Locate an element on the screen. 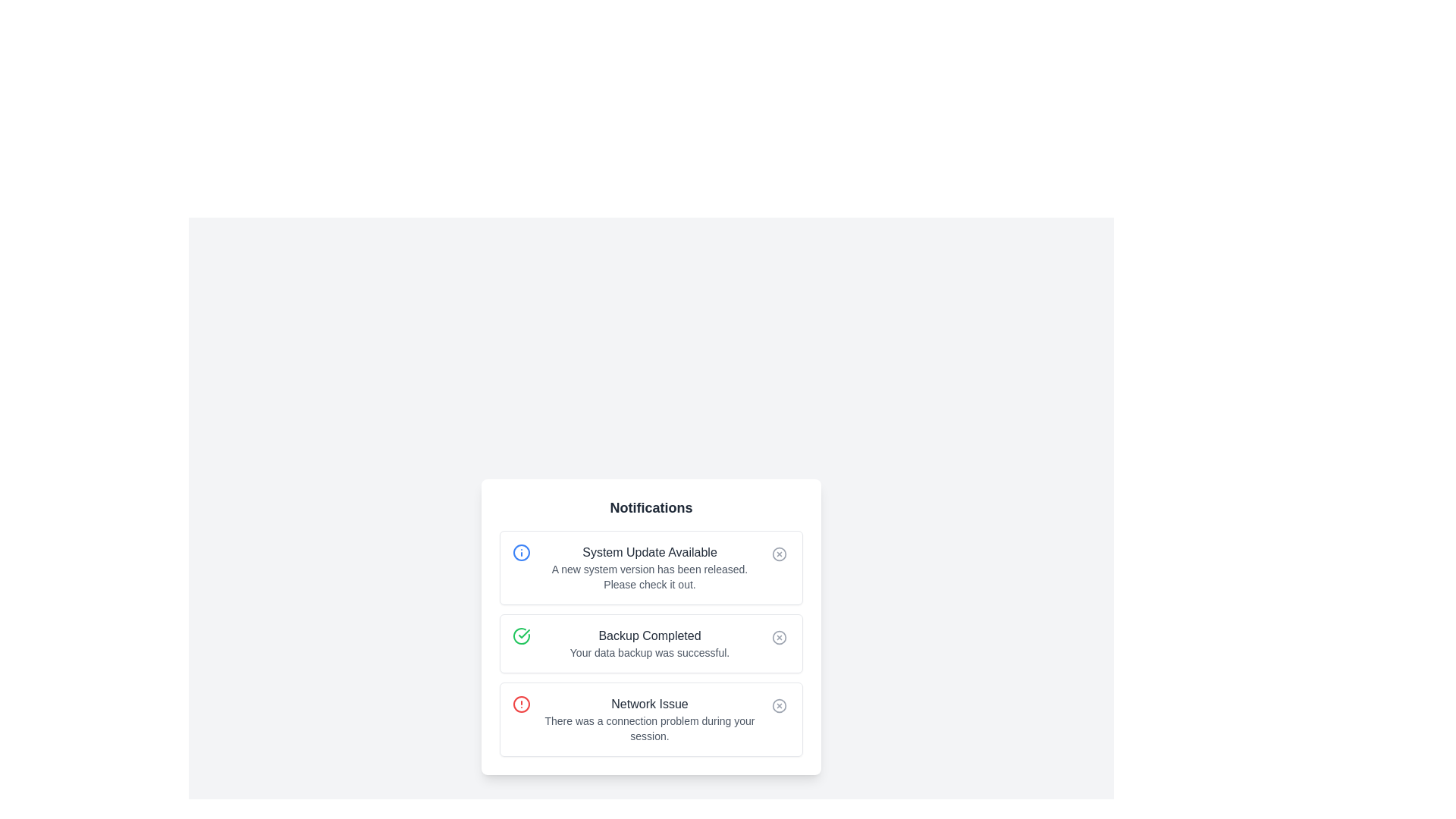  the blue information icon with a circular border and central dot located to the left of the text in the 'System Update Available' notification is located at coordinates (521, 553).